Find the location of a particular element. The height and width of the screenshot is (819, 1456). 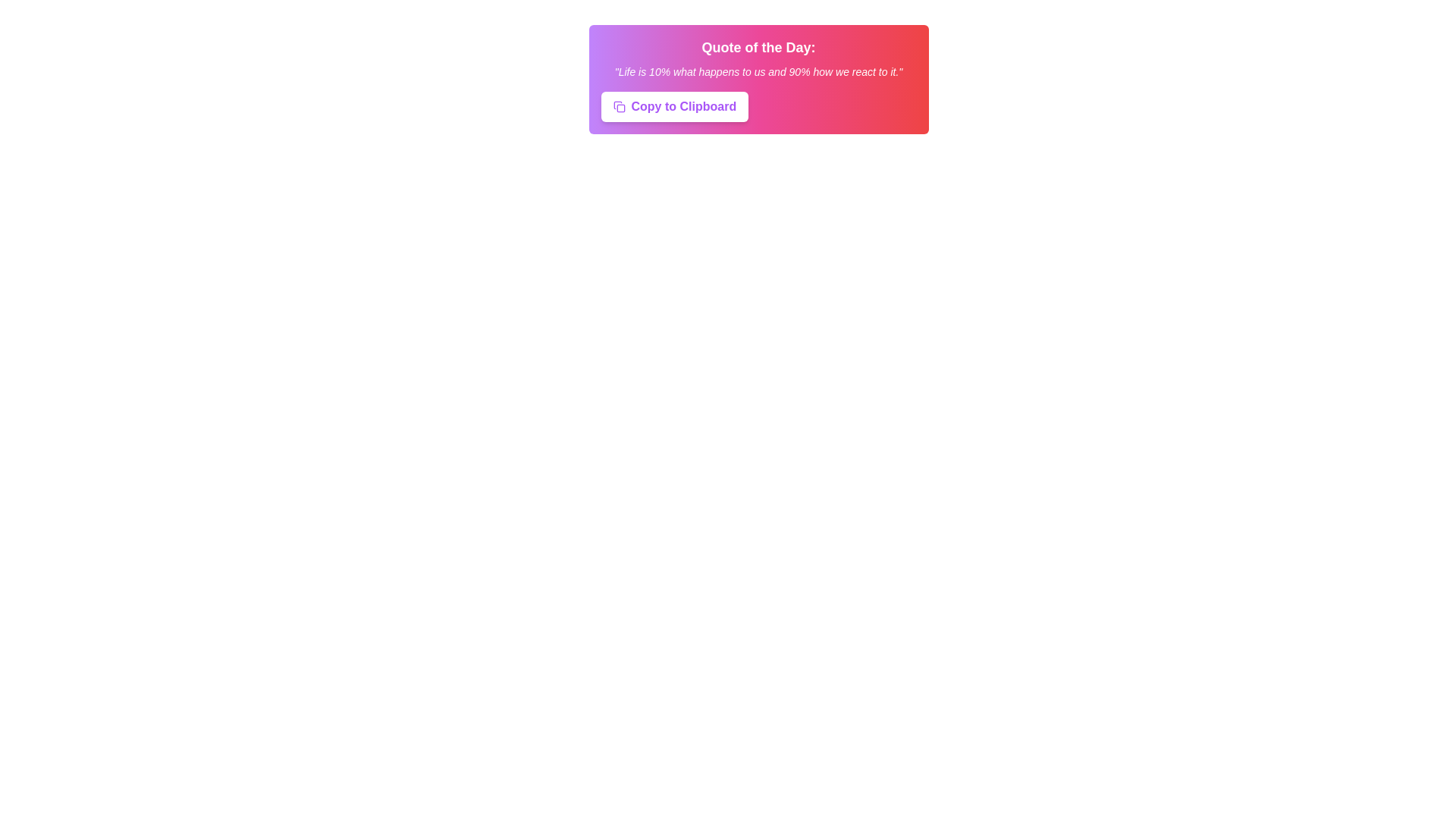

the Decorative SVG sub-element, which is a small rounded rectangle with dimensions 14x14 pixels, located immediately left of the 'Copy to Clipboard' button in the SVG icon is located at coordinates (620, 107).